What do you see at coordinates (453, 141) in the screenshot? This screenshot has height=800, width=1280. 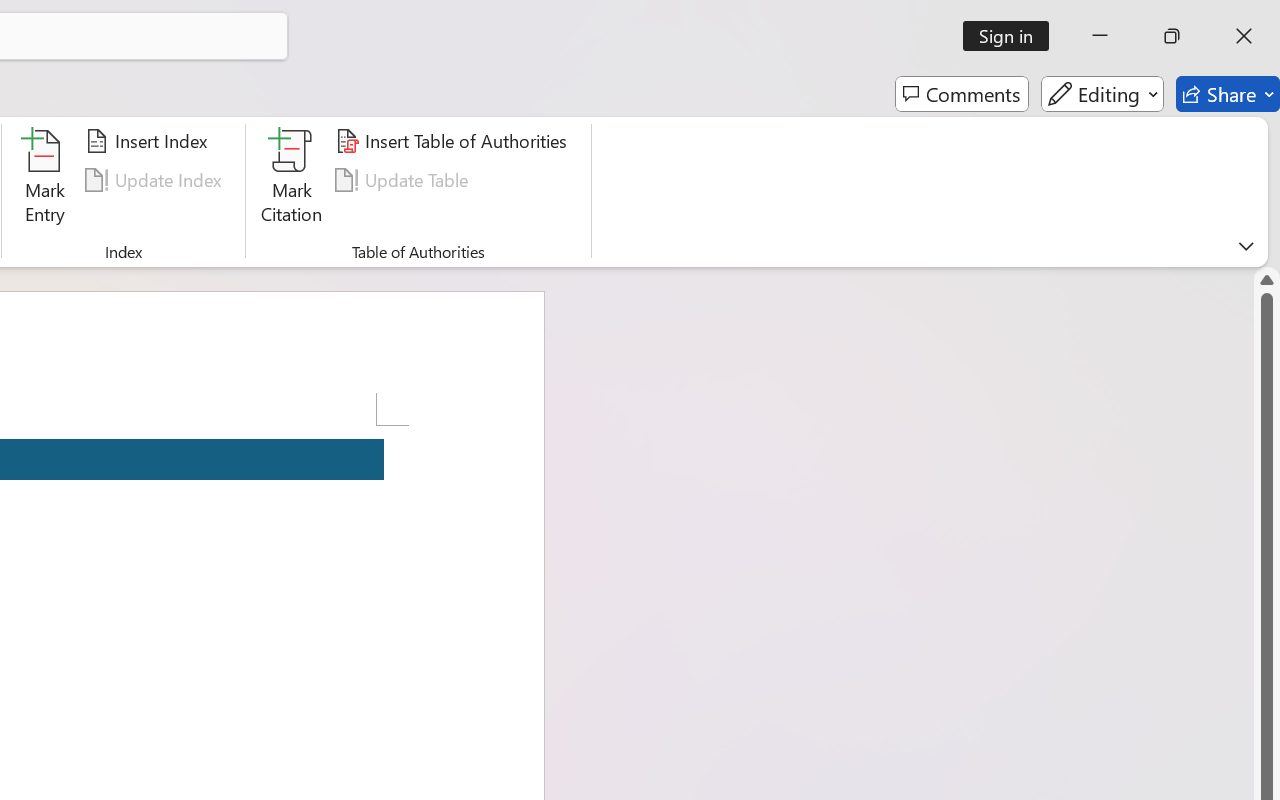 I see `'Insert Table of Authorities...'` at bounding box center [453, 141].